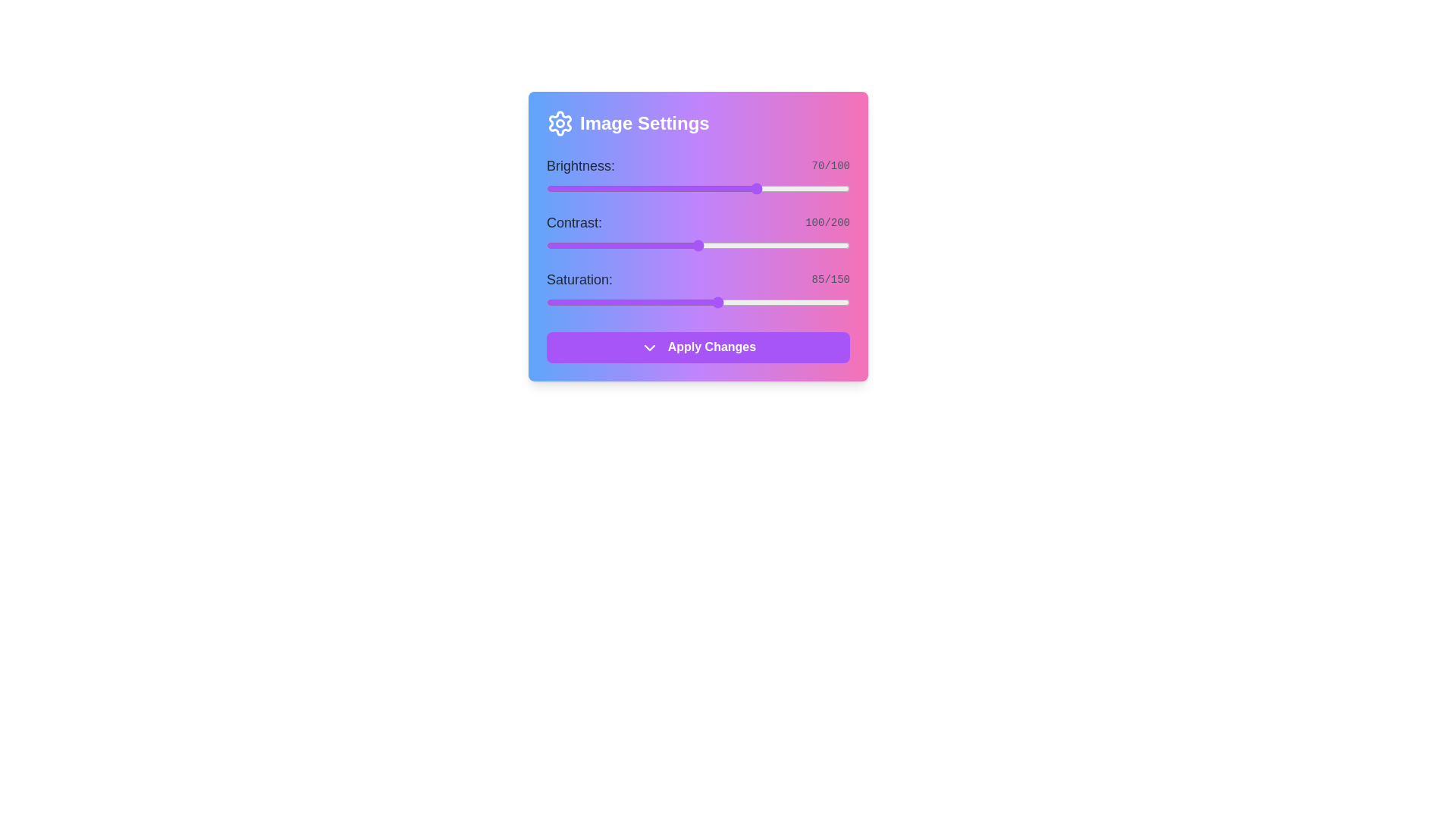 The height and width of the screenshot is (819, 1456). Describe the element at coordinates (687, 245) in the screenshot. I see `the contrast slider to 93 value` at that location.